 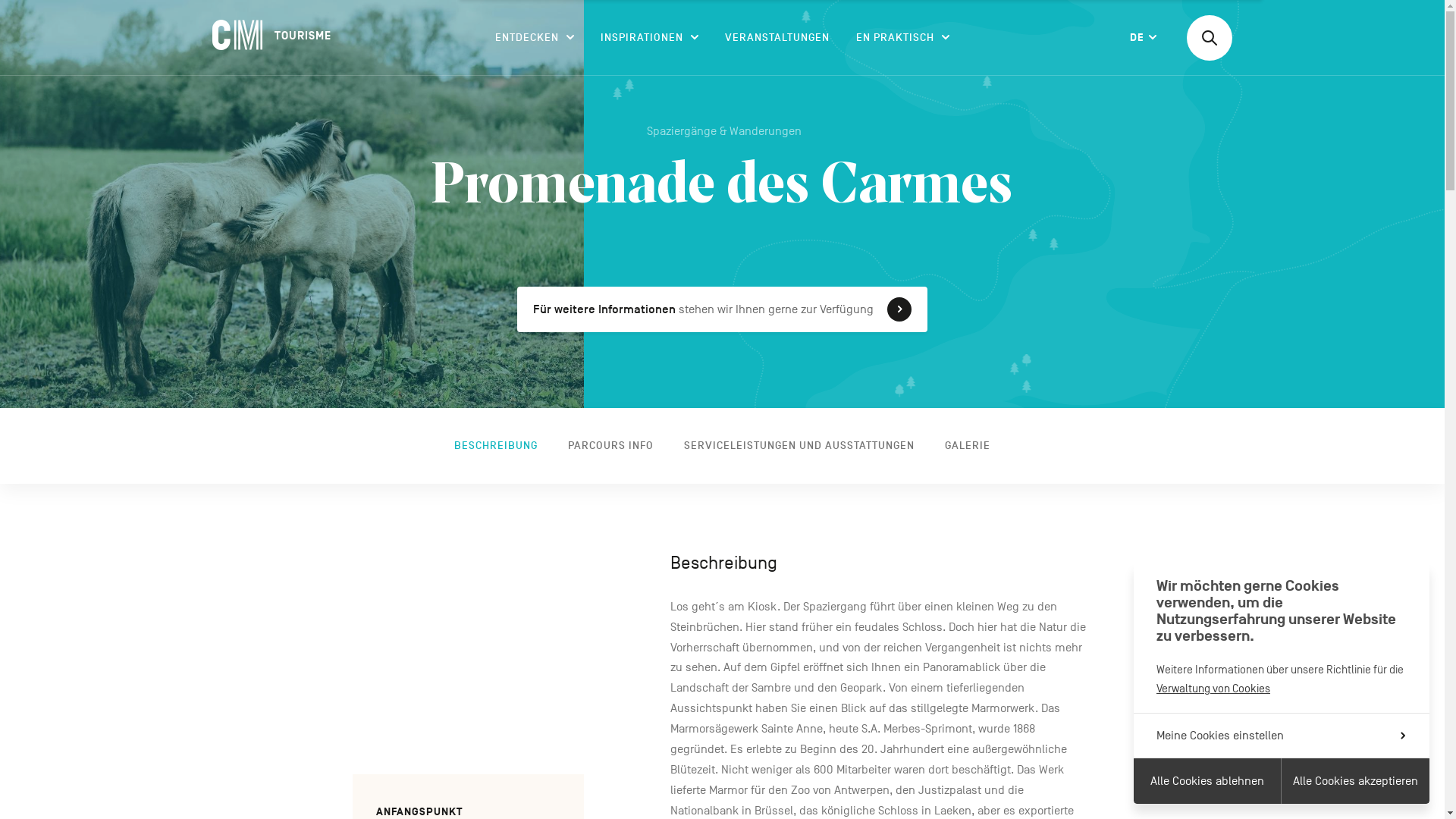 What do you see at coordinates (799, 444) in the screenshot?
I see `'SERVICELEISTUNGEN UND AUSSTATTUNGEN'` at bounding box center [799, 444].